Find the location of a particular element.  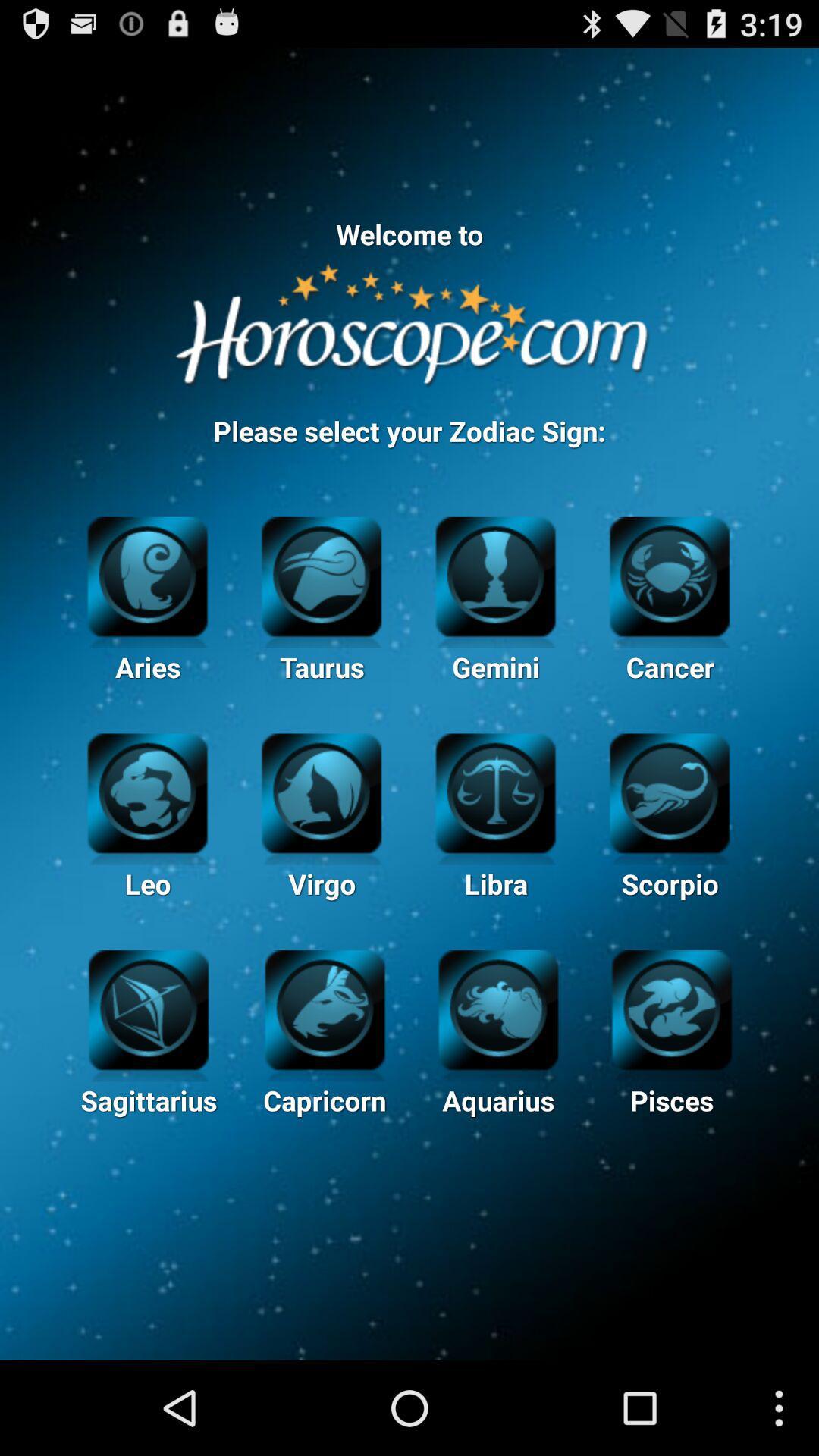

the image of scorpio is located at coordinates (669, 799).